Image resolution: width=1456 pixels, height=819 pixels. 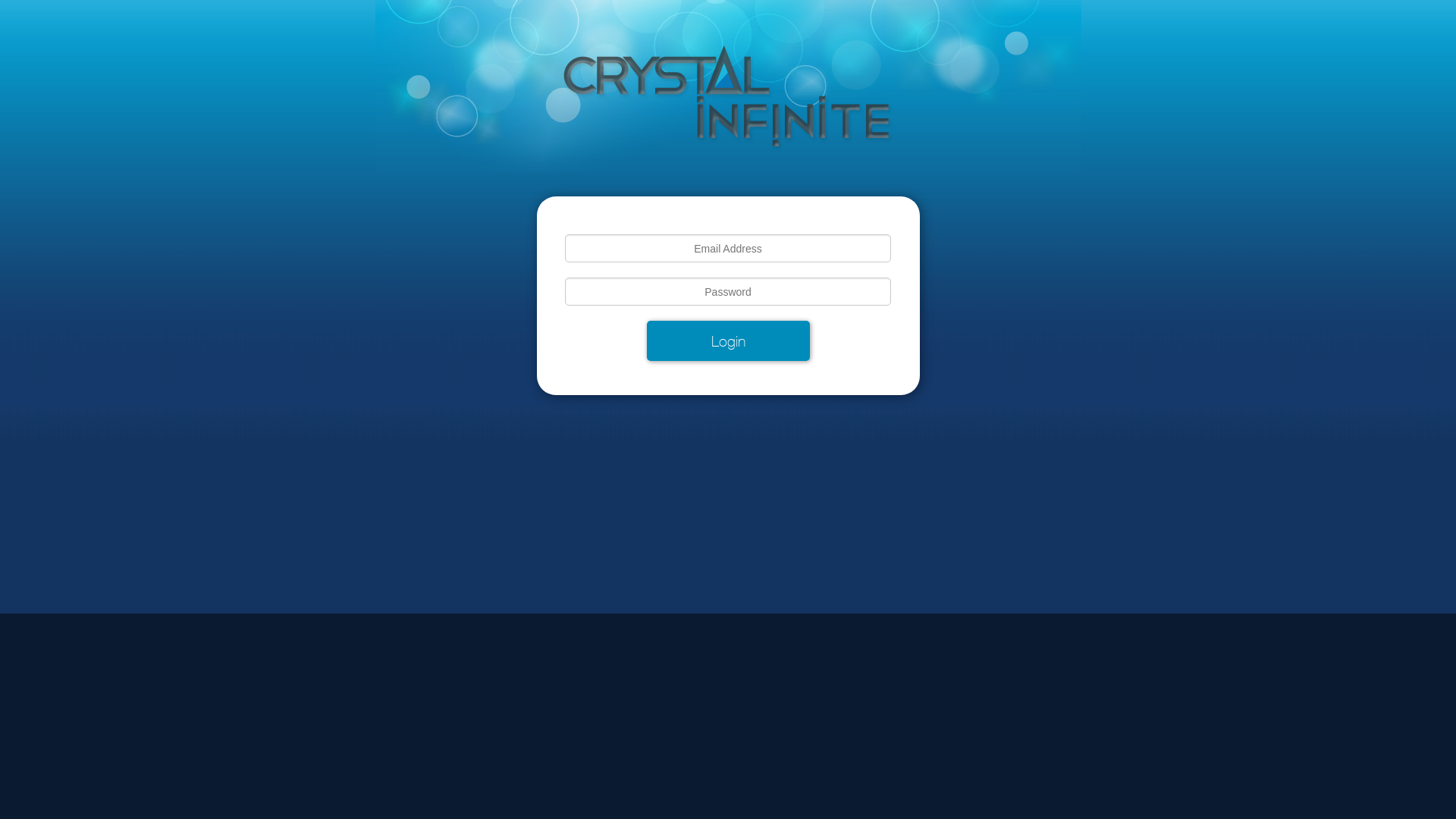 I want to click on 'Login', so click(x=726, y=340).